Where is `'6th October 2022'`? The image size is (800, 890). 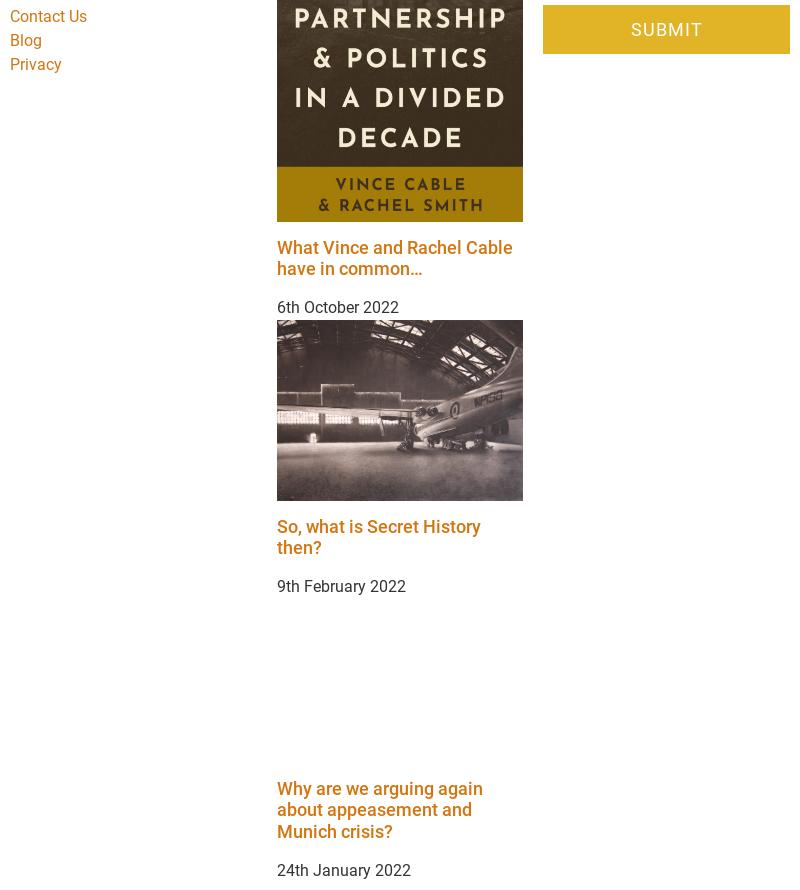 '6th October 2022' is located at coordinates (337, 306).